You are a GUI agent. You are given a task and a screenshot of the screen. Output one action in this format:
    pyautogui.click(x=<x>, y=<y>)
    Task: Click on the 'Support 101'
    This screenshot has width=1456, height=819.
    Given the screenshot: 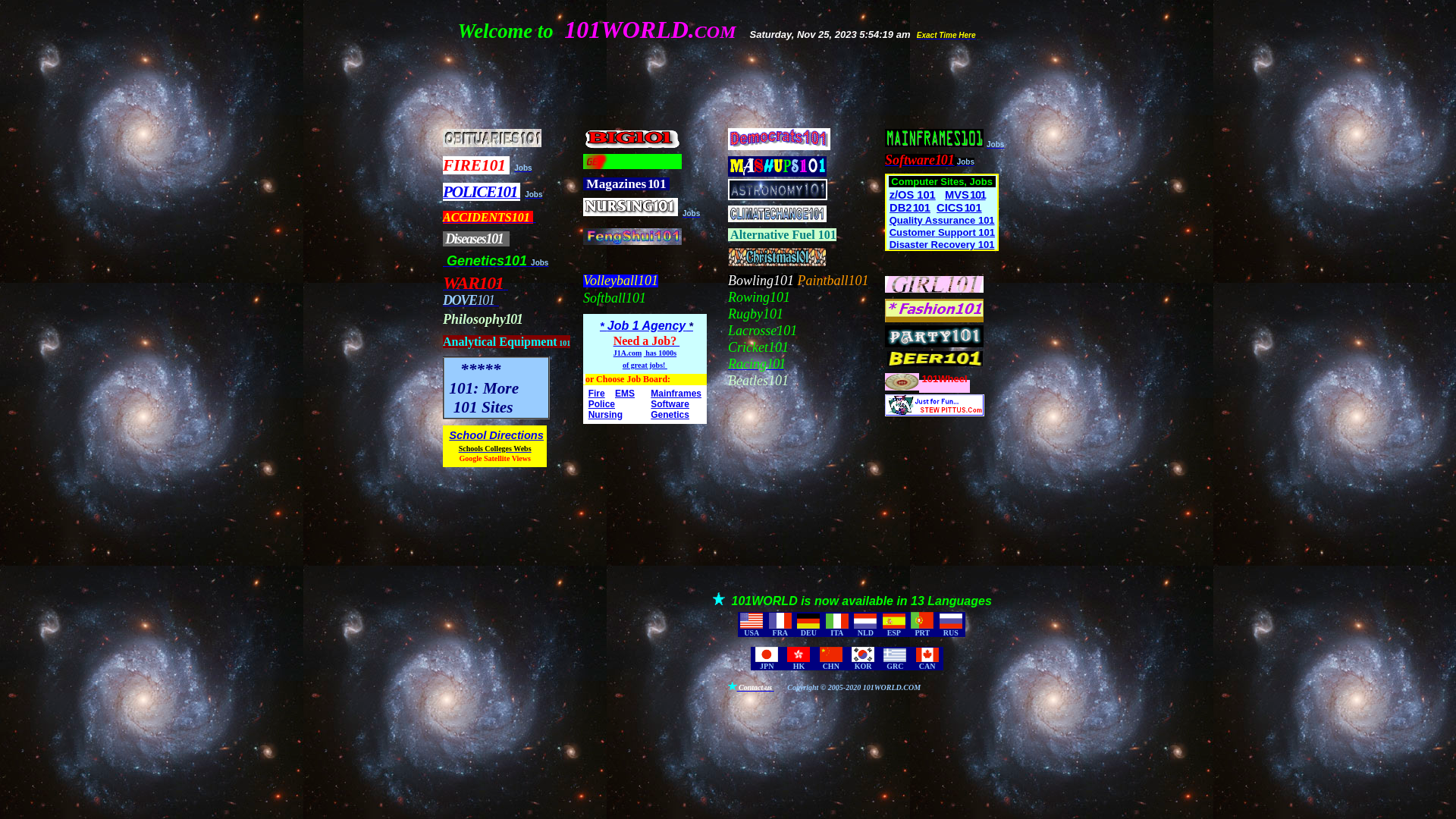 What is the action you would take?
    pyautogui.click(x=937, y=231)
    